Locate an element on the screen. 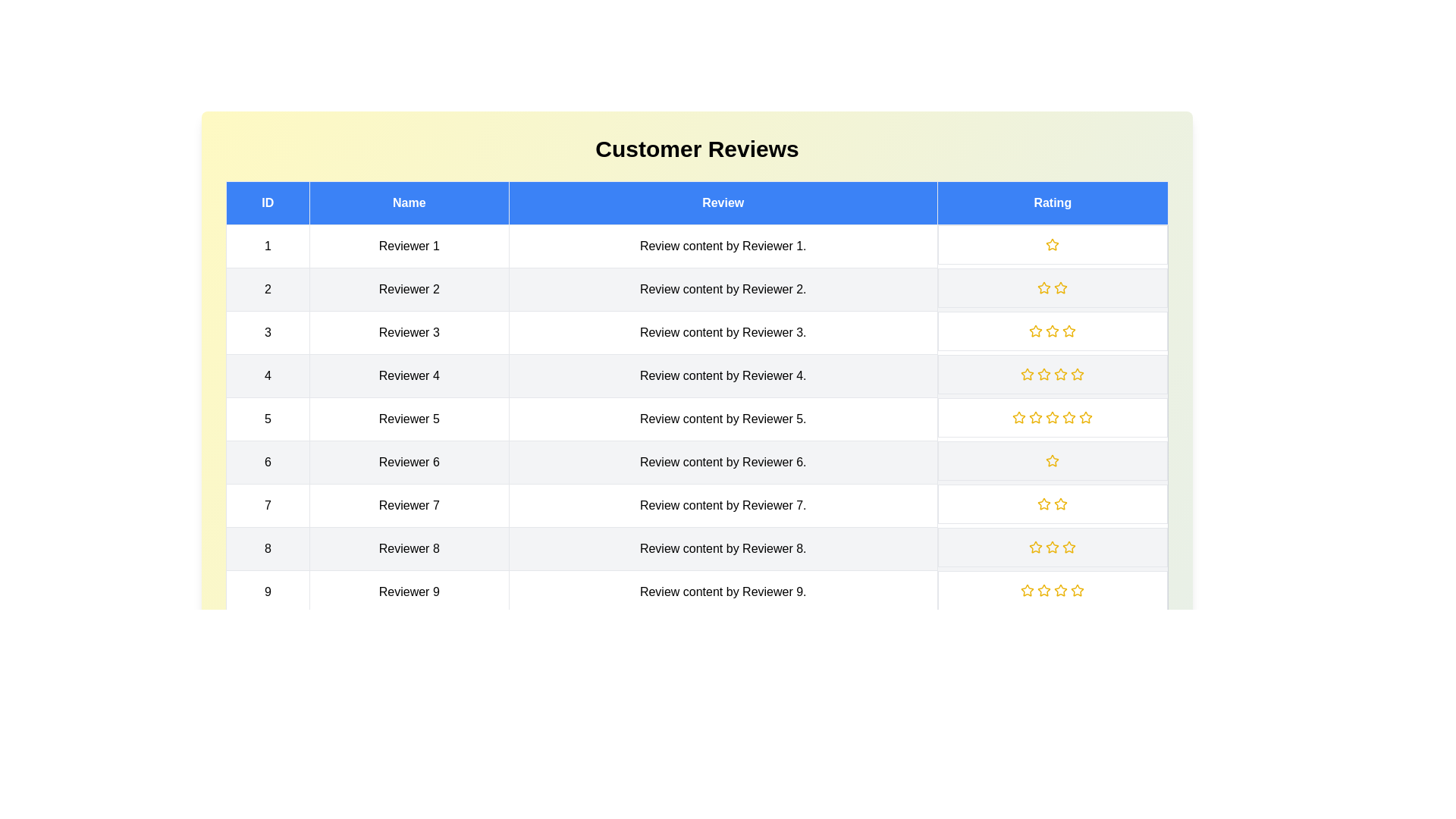  the text within a specified table cell is located at coordinates (268, 245).